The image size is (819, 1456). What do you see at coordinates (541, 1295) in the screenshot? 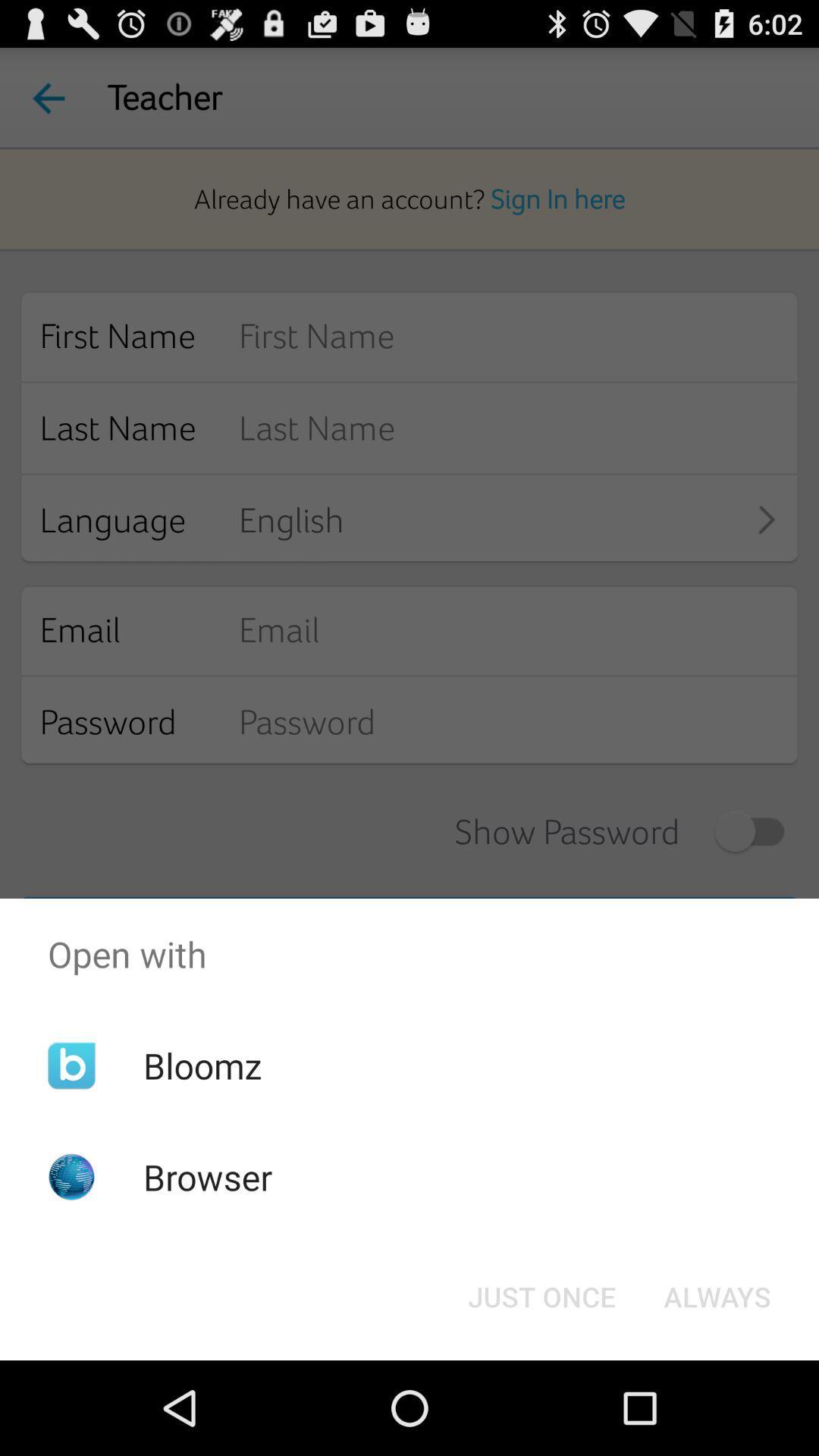
I see `the item below open with icon` at bounding box center [541, 1295].